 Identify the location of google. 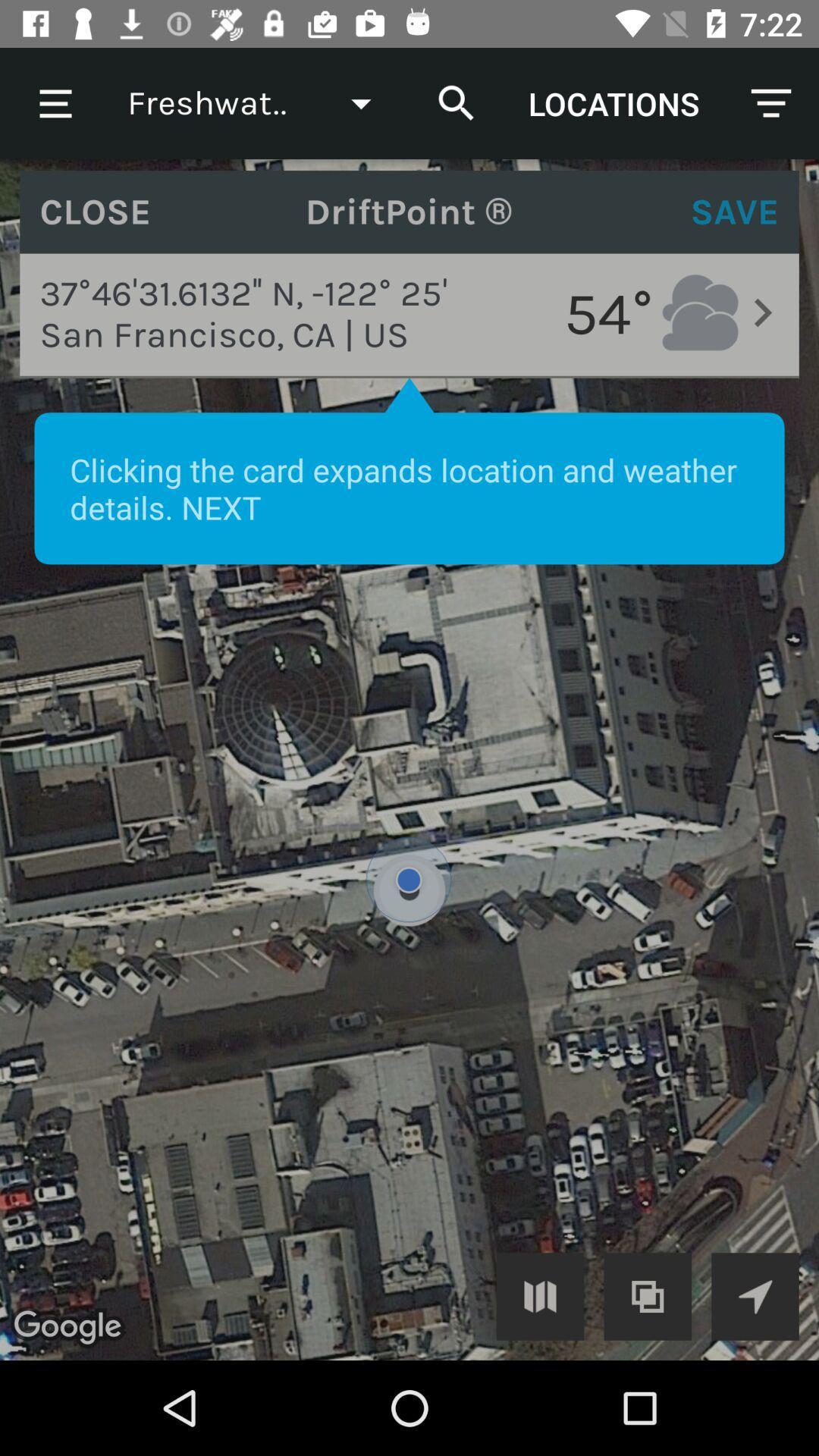
(755, 1295).